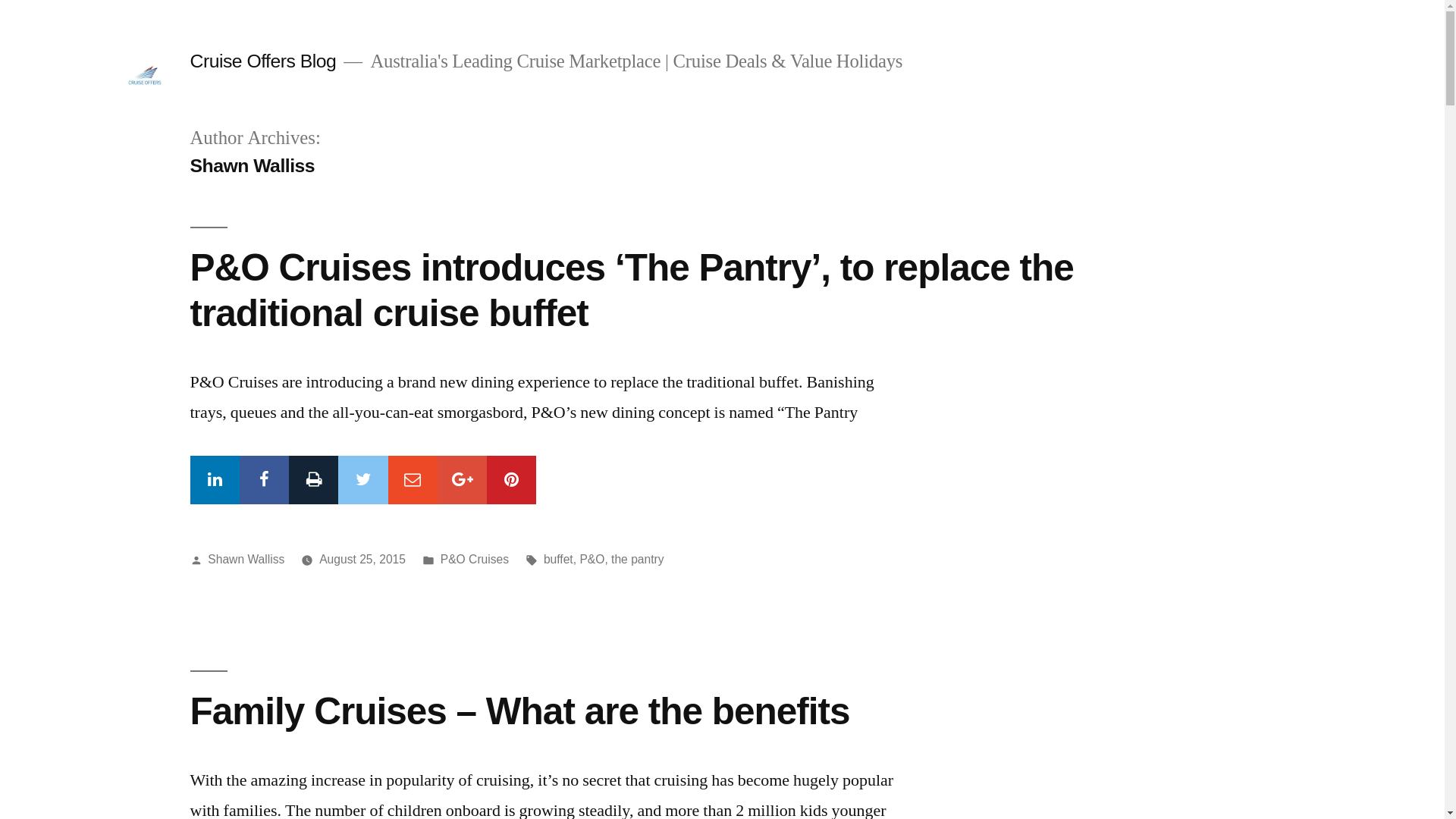  I want to click on 'Shawn Walliss', so click(246, 559).